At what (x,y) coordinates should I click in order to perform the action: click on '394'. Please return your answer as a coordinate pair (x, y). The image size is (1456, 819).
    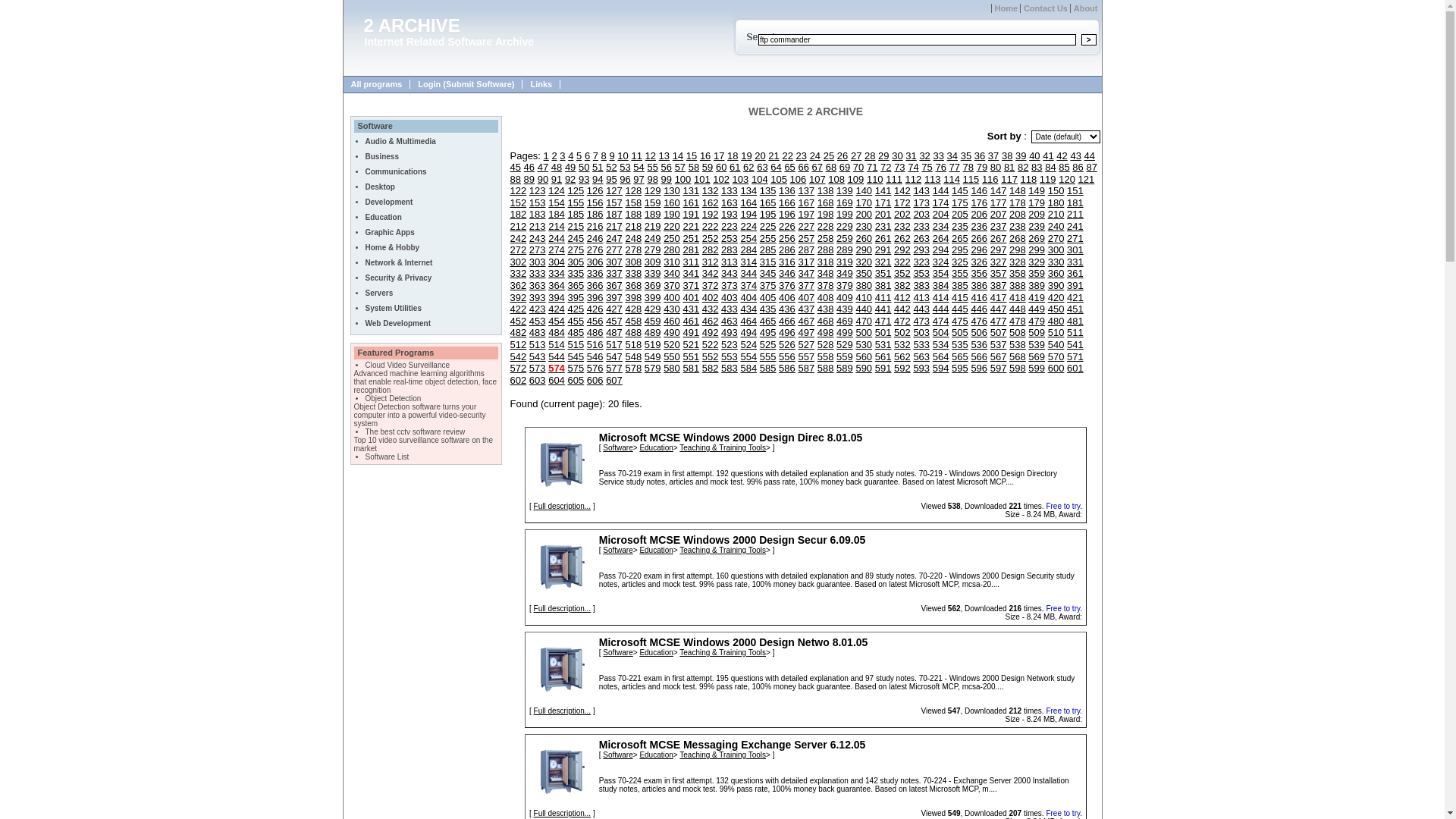
    Looking at the image, I should click on (548, 297).